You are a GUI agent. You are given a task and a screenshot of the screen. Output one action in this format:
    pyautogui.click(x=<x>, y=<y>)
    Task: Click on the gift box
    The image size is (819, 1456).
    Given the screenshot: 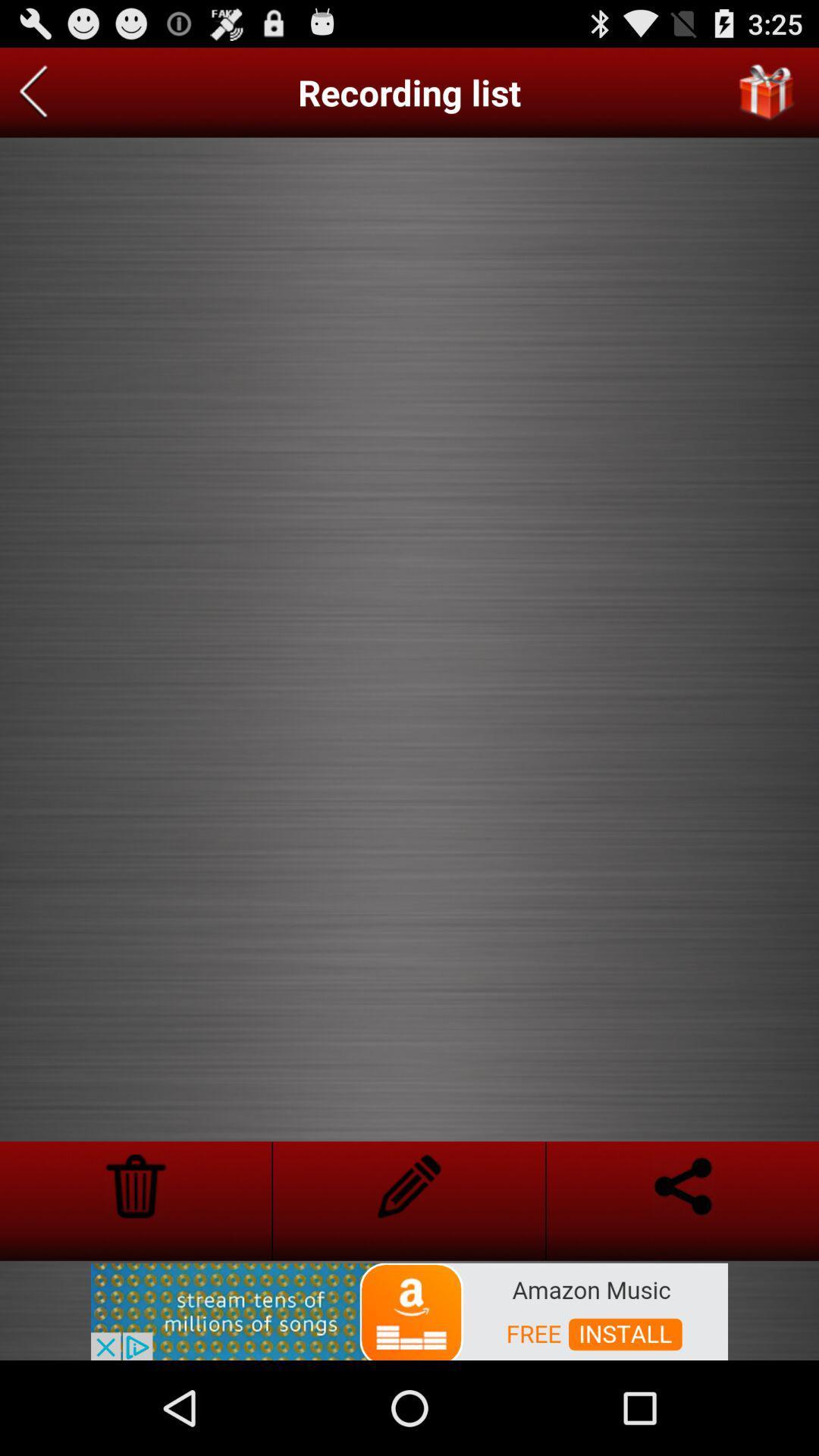 What is the action you would take?
    pyautogui.click(x=767, y=92)
    